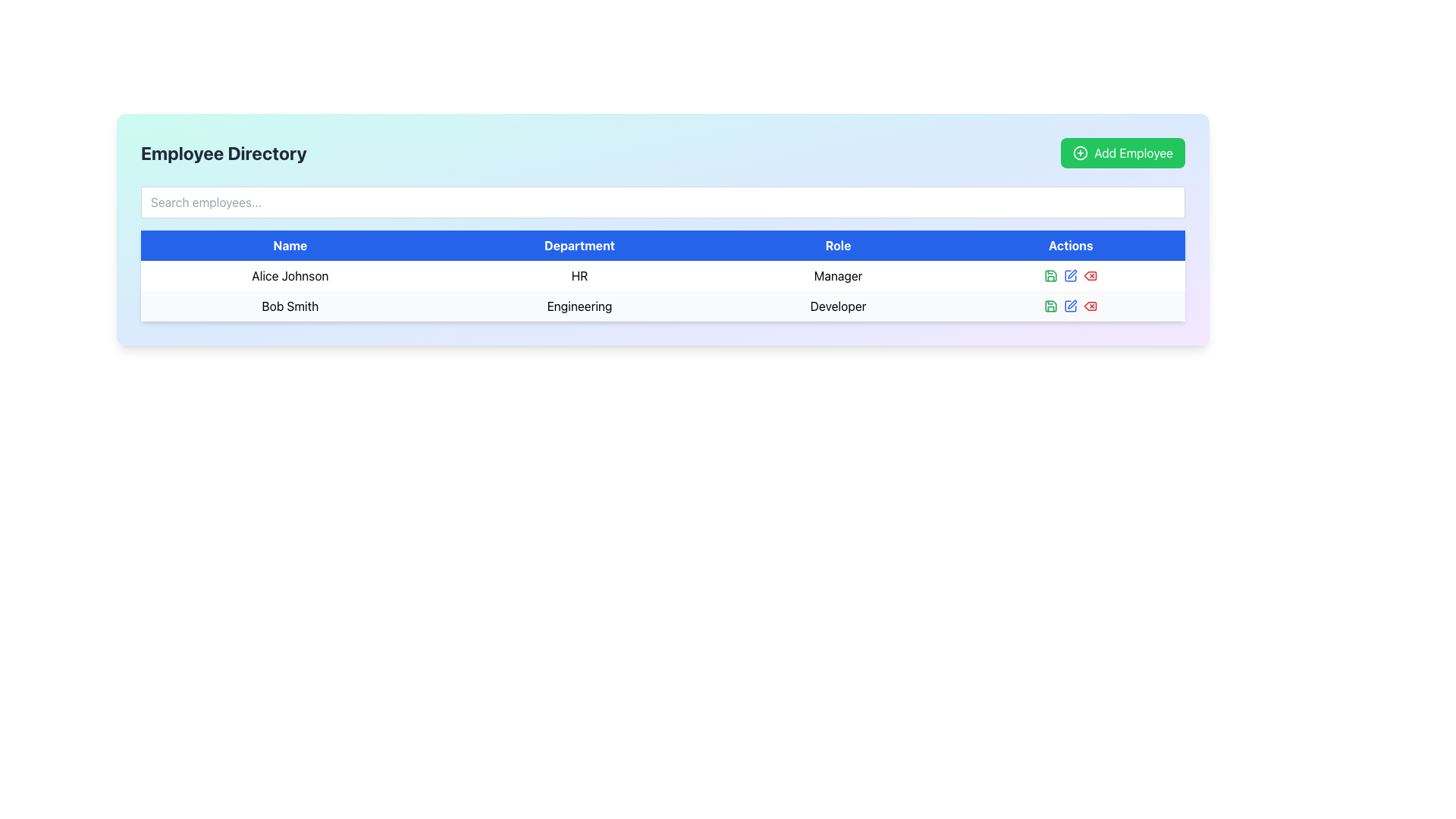 This screenshot has height=819, width=1456. What do you see at coordinates (837, 275) in the screenshot?
I see `the text label displaying 'Manager' in the Role column of the table, which is aligned with the row for 'Alice Johnson'` at bounding box center [837, 275].